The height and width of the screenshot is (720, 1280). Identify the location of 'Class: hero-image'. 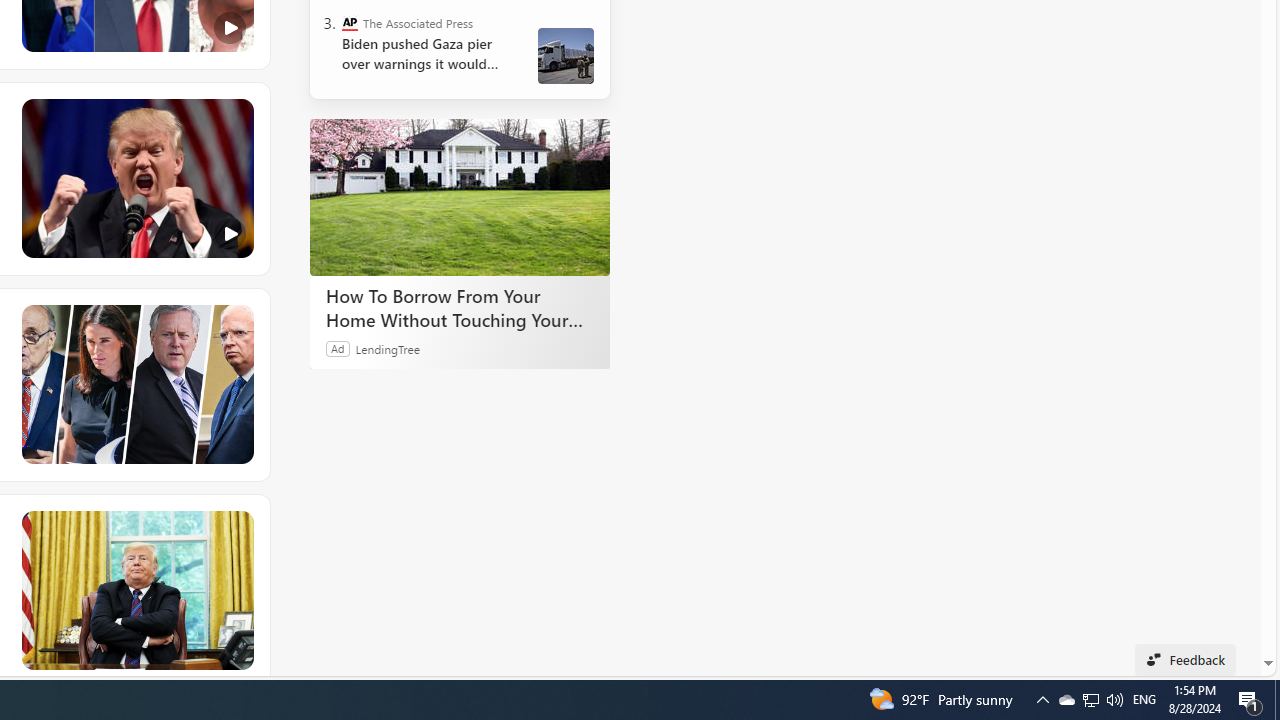
(135, 178).